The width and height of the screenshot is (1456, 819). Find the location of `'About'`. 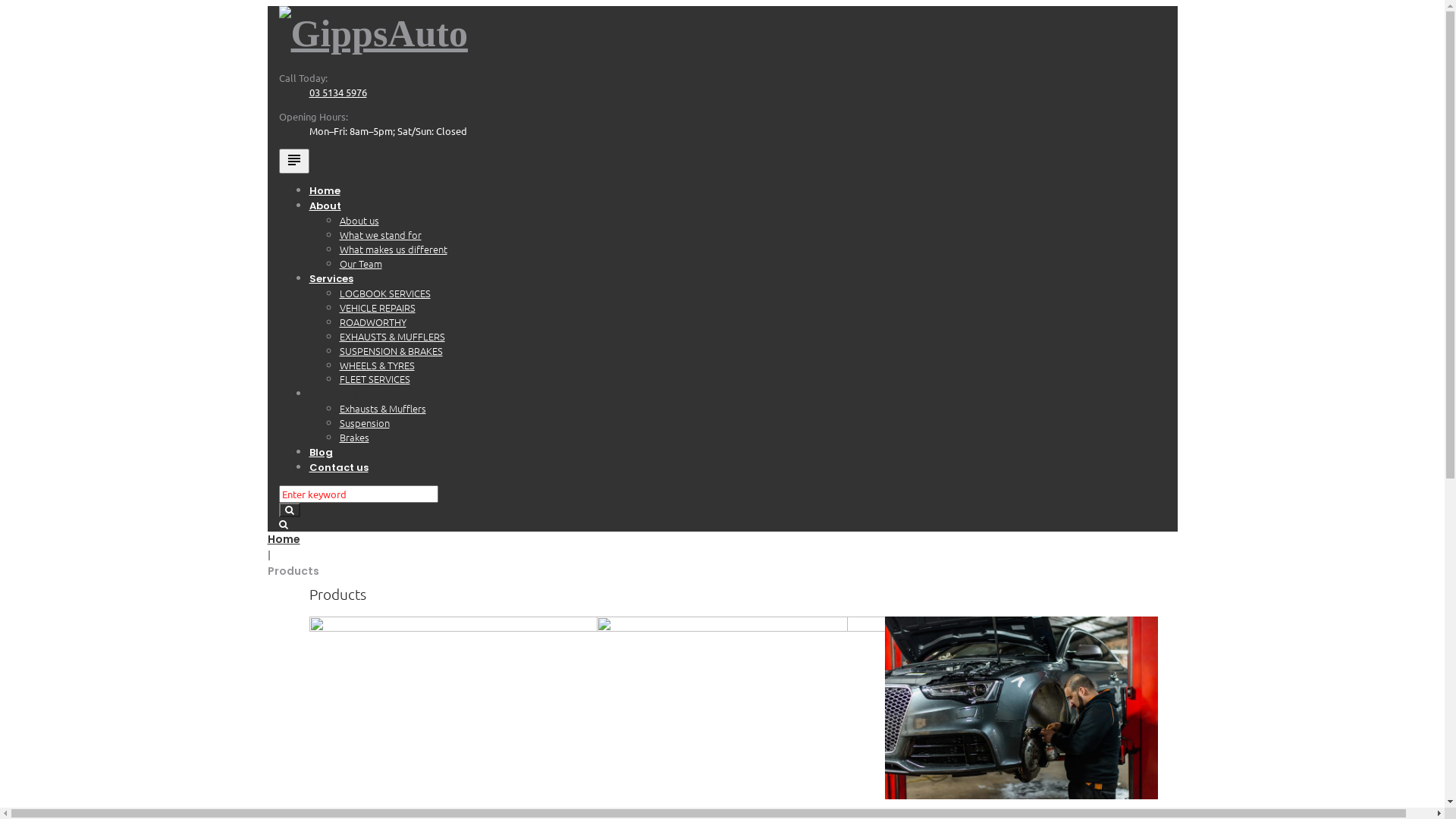

'About' is located at coordinates (324, 206).